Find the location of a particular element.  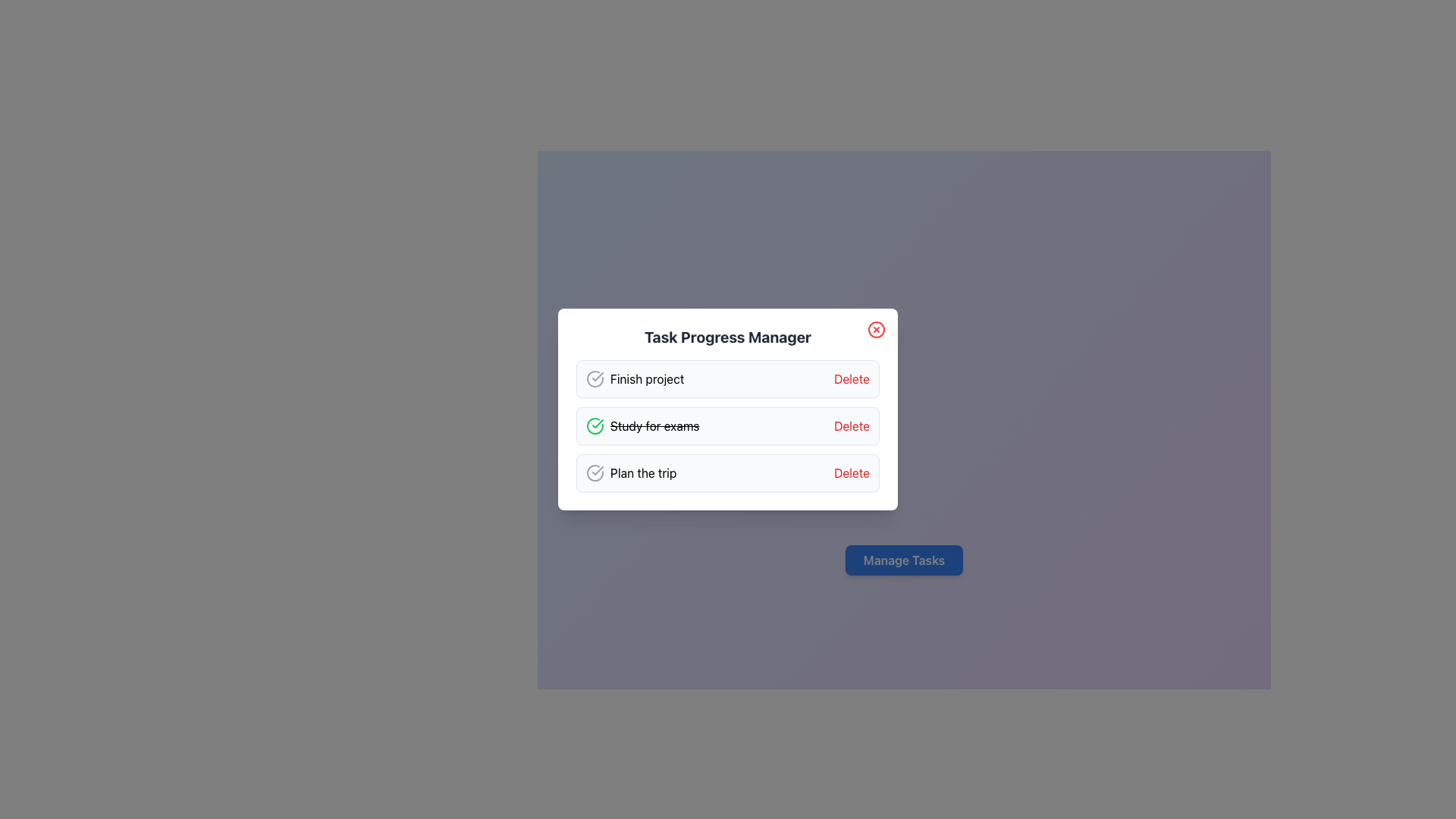

the text label displaying 'Plan the trip', which is the third entry in the vertical list of tasks in the 'Task Progress Manager' dialog box is located at coordinates (643, 472).